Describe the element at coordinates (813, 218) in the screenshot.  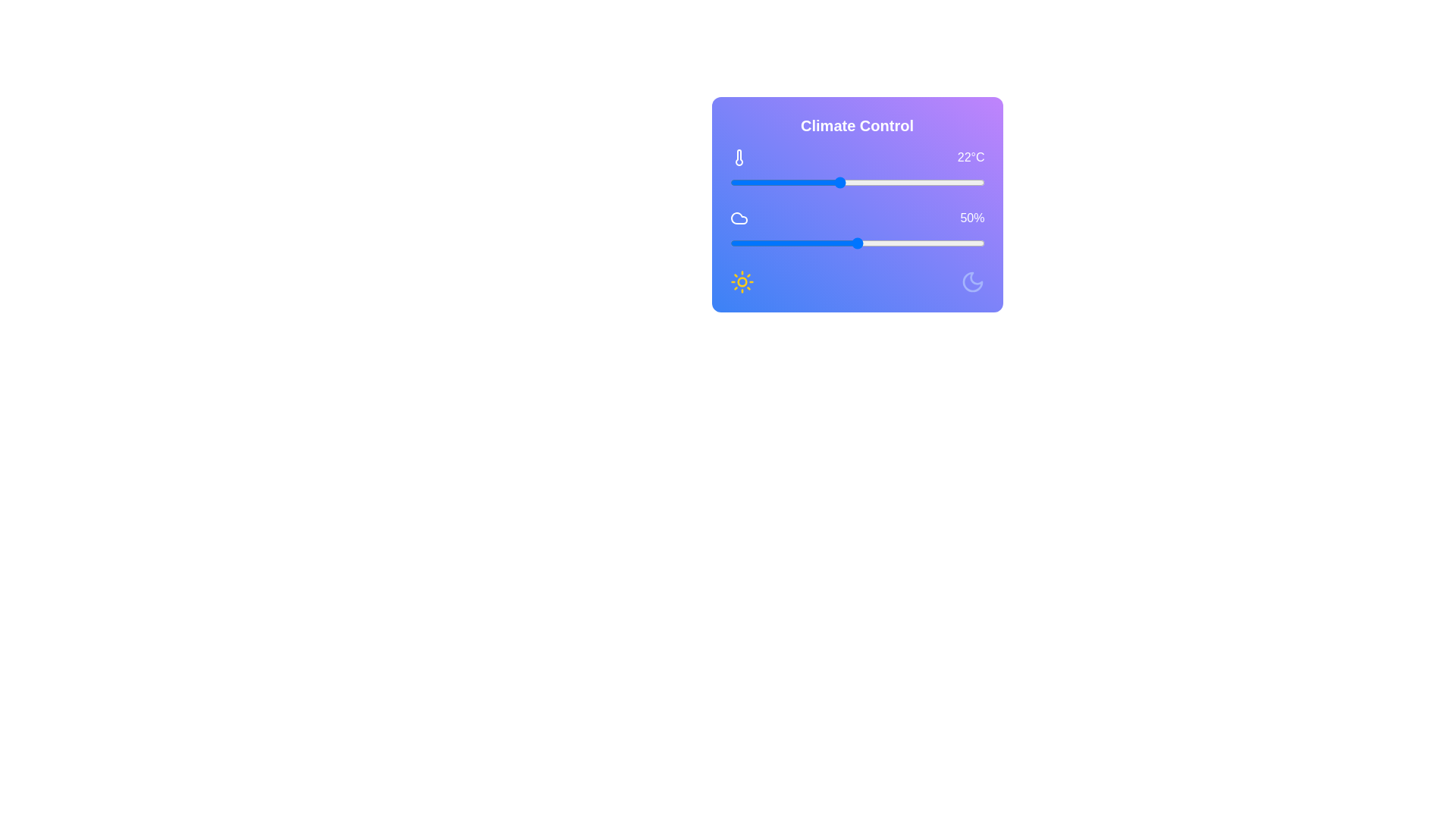
I see `the slider` at that location.